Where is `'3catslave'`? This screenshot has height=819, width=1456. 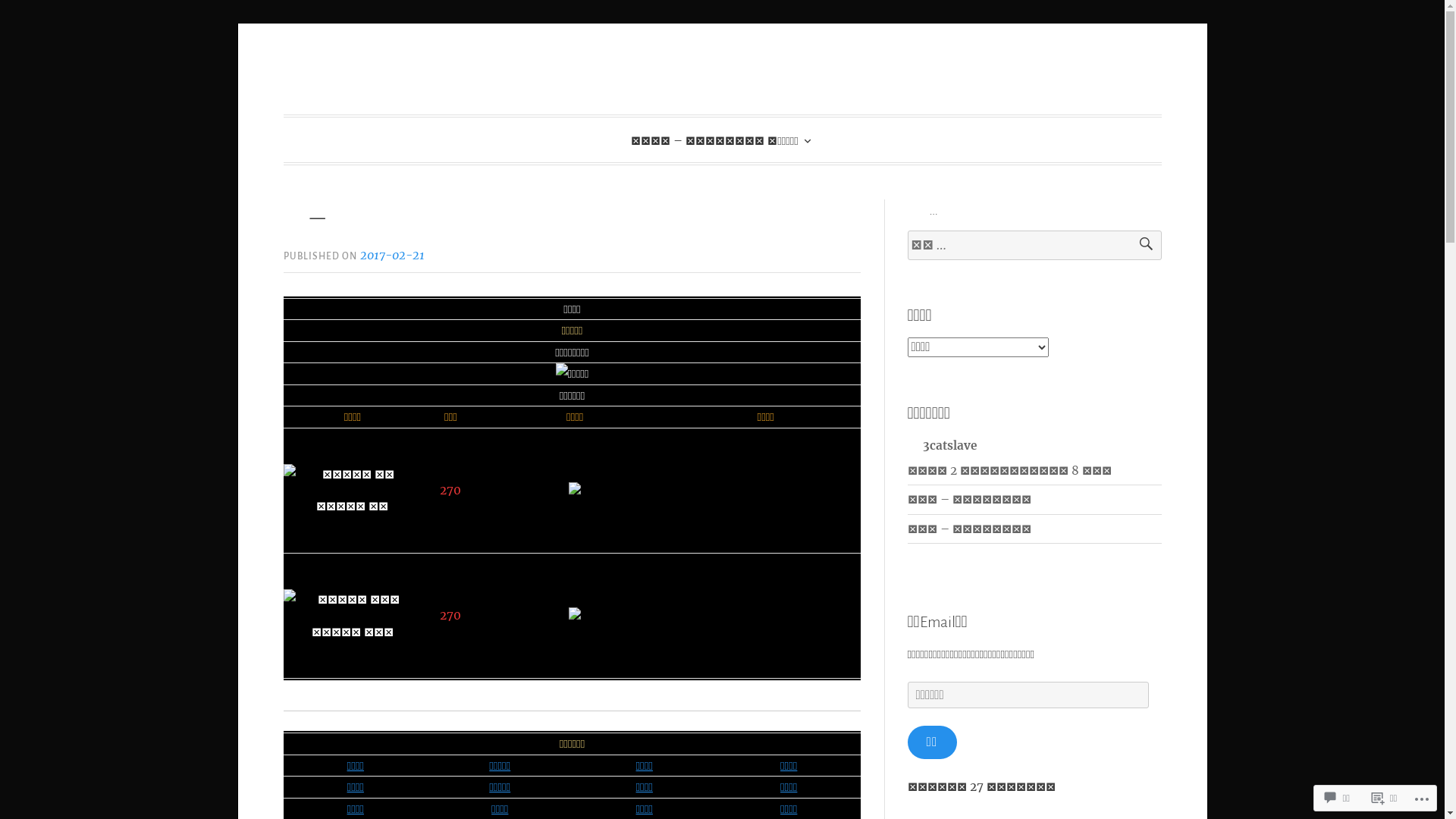 '3catslave' is located at coordinates (941, 444).